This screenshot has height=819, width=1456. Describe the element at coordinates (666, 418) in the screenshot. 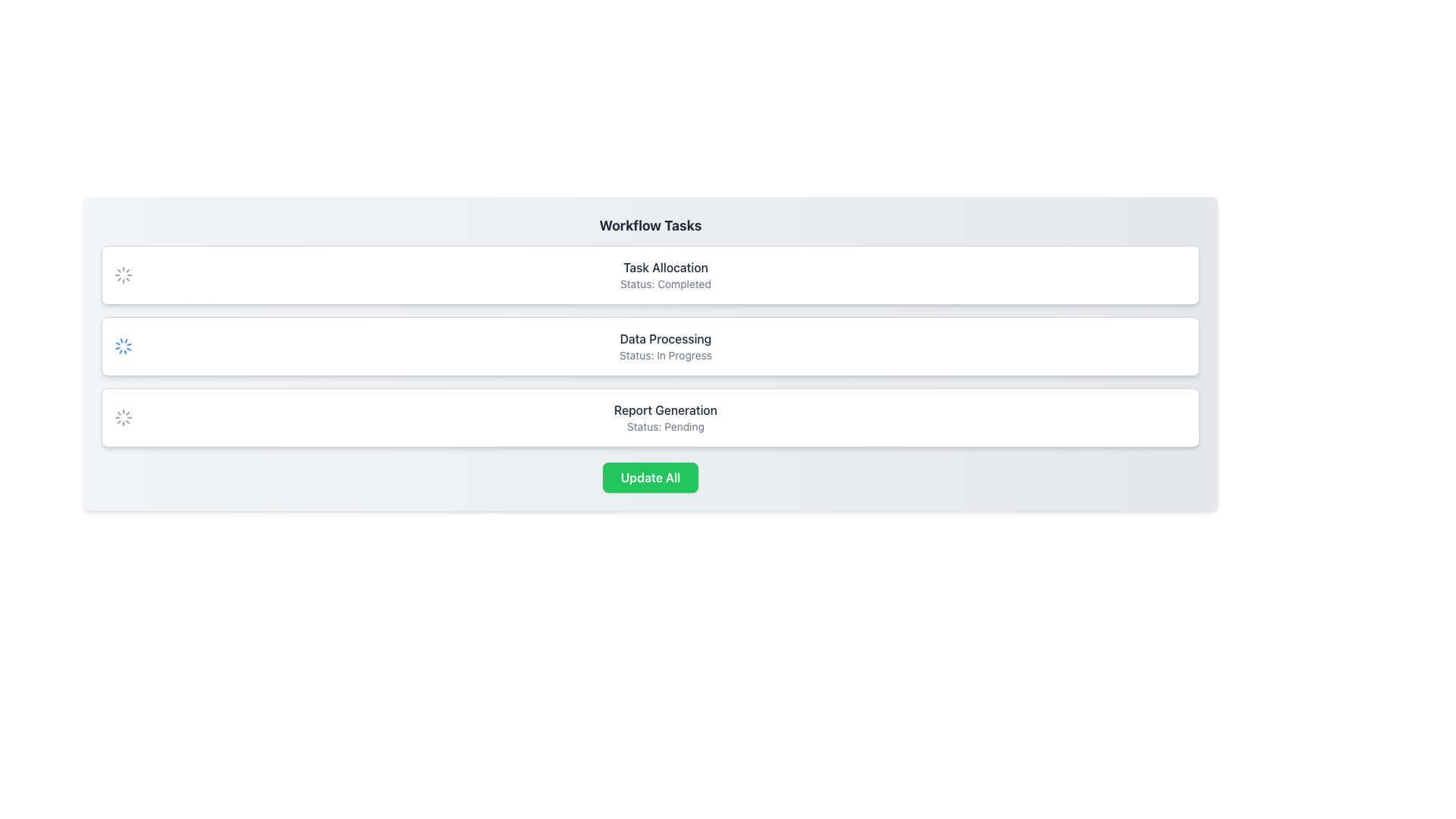

I see `the status indicator text display for the 'Report Generation' task, which currently shows 'Pending', located in the third card under the 'Workflow Tasks' header` at that location.